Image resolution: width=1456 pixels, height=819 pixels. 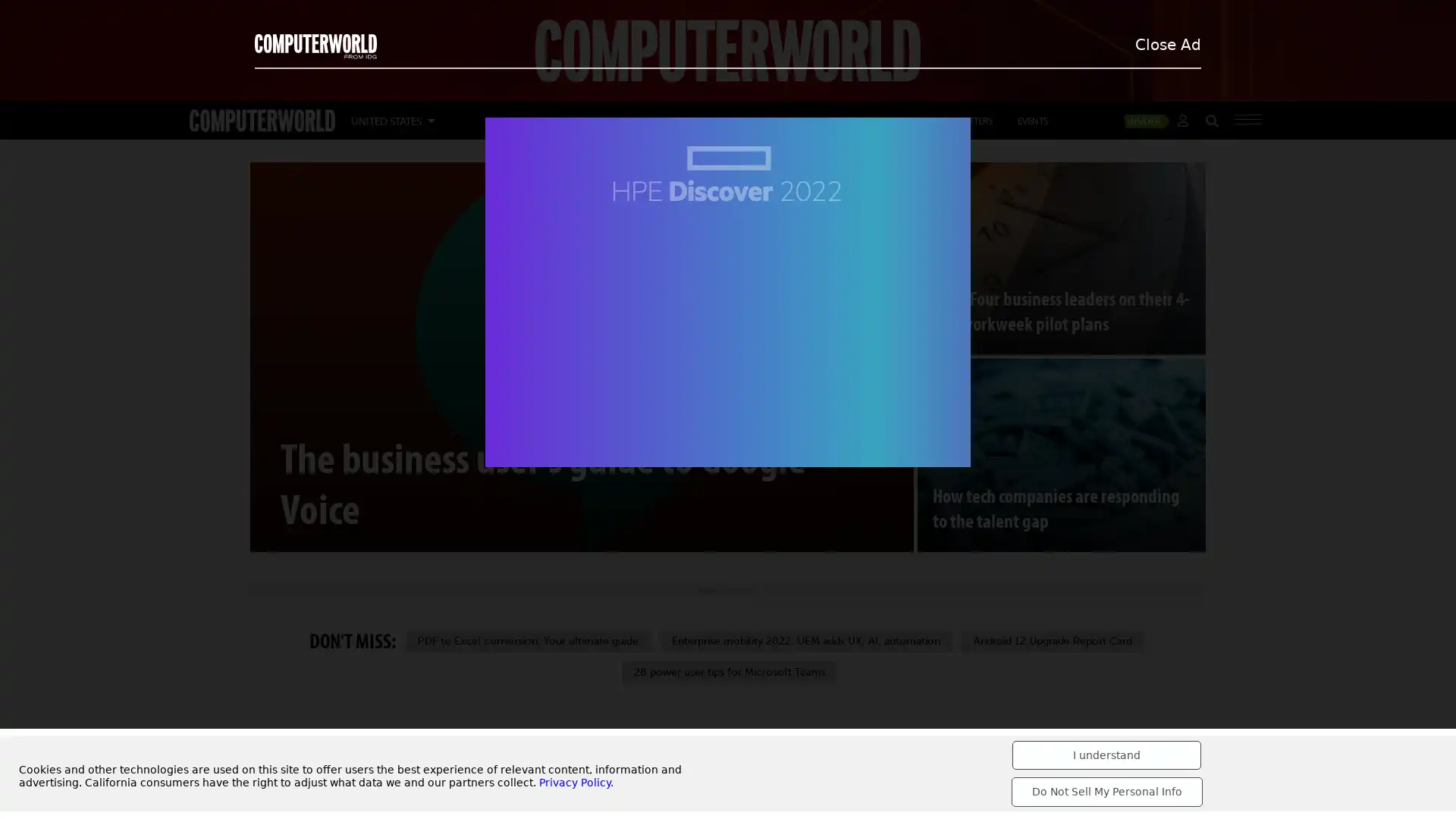 I want to click on Link to Learn about insider page, so click(x=784, y=93).